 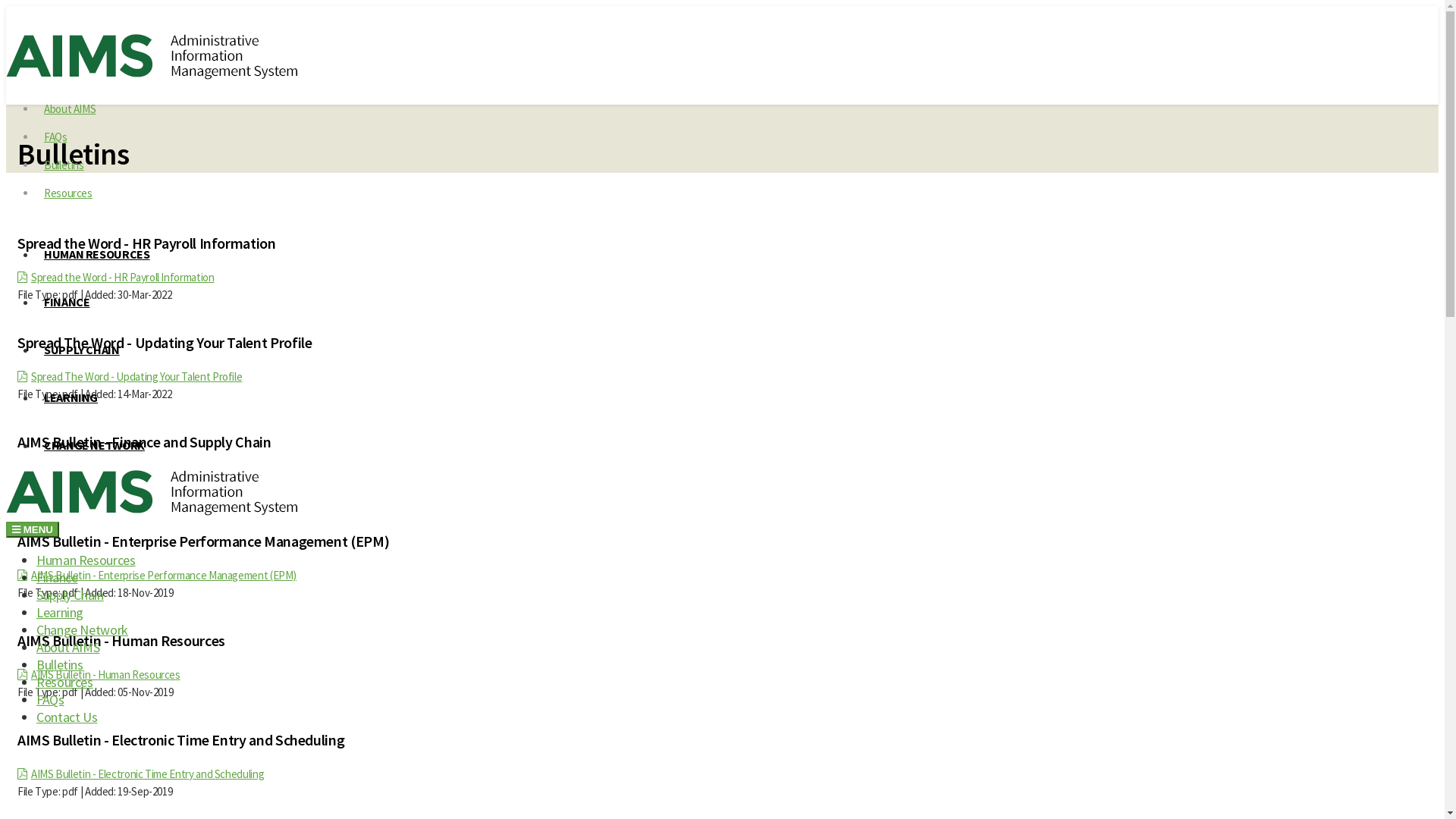 I want to click on 'Finance', so click(x=57, y=577).